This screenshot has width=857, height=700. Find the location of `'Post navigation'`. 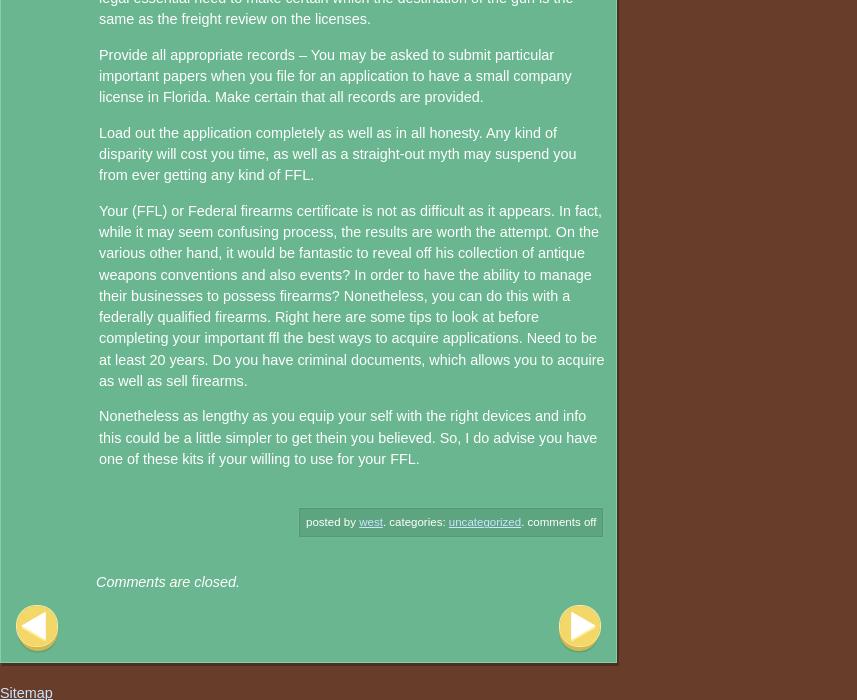

'Post navigation' is located at coordinates (57, 611).